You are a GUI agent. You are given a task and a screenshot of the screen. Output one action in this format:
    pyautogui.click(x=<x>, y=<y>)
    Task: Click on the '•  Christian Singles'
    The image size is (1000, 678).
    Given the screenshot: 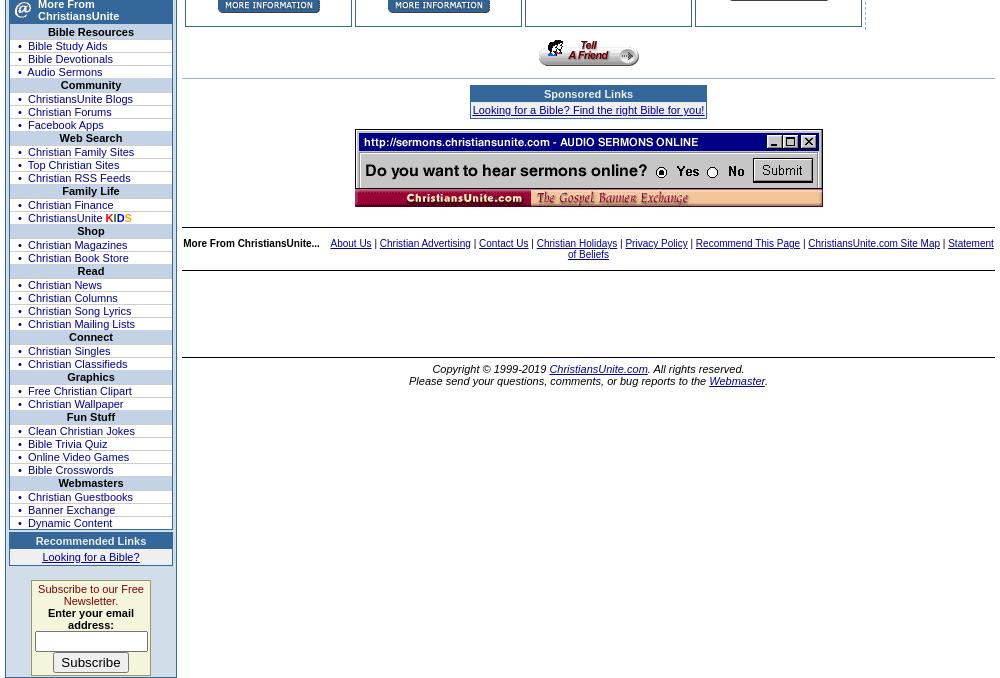 What is the action you would take?
    pyautogui.click(x=18, y=348)
    